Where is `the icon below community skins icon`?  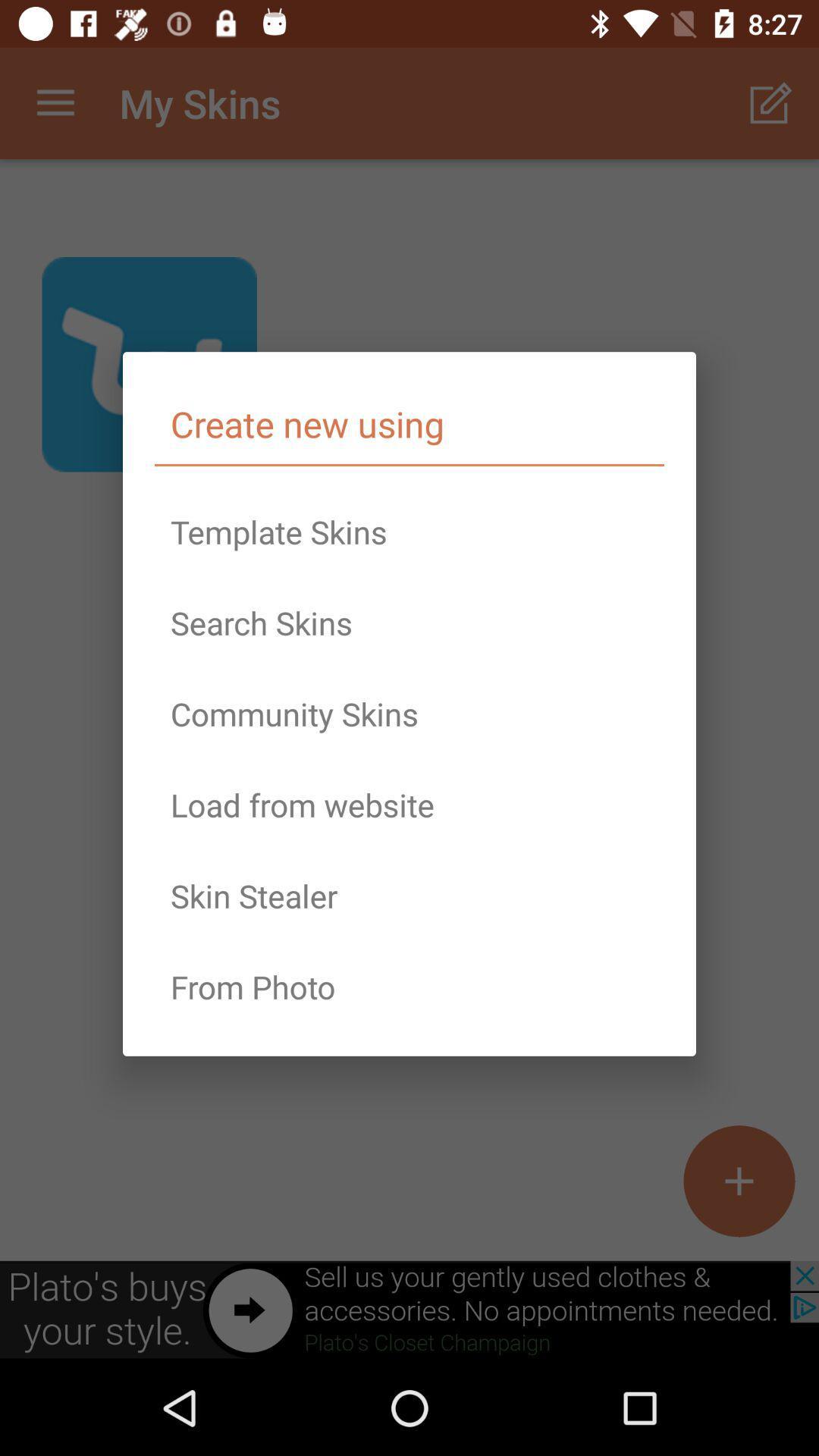 the icon below community skins icon is located at coordinates (409, 804).